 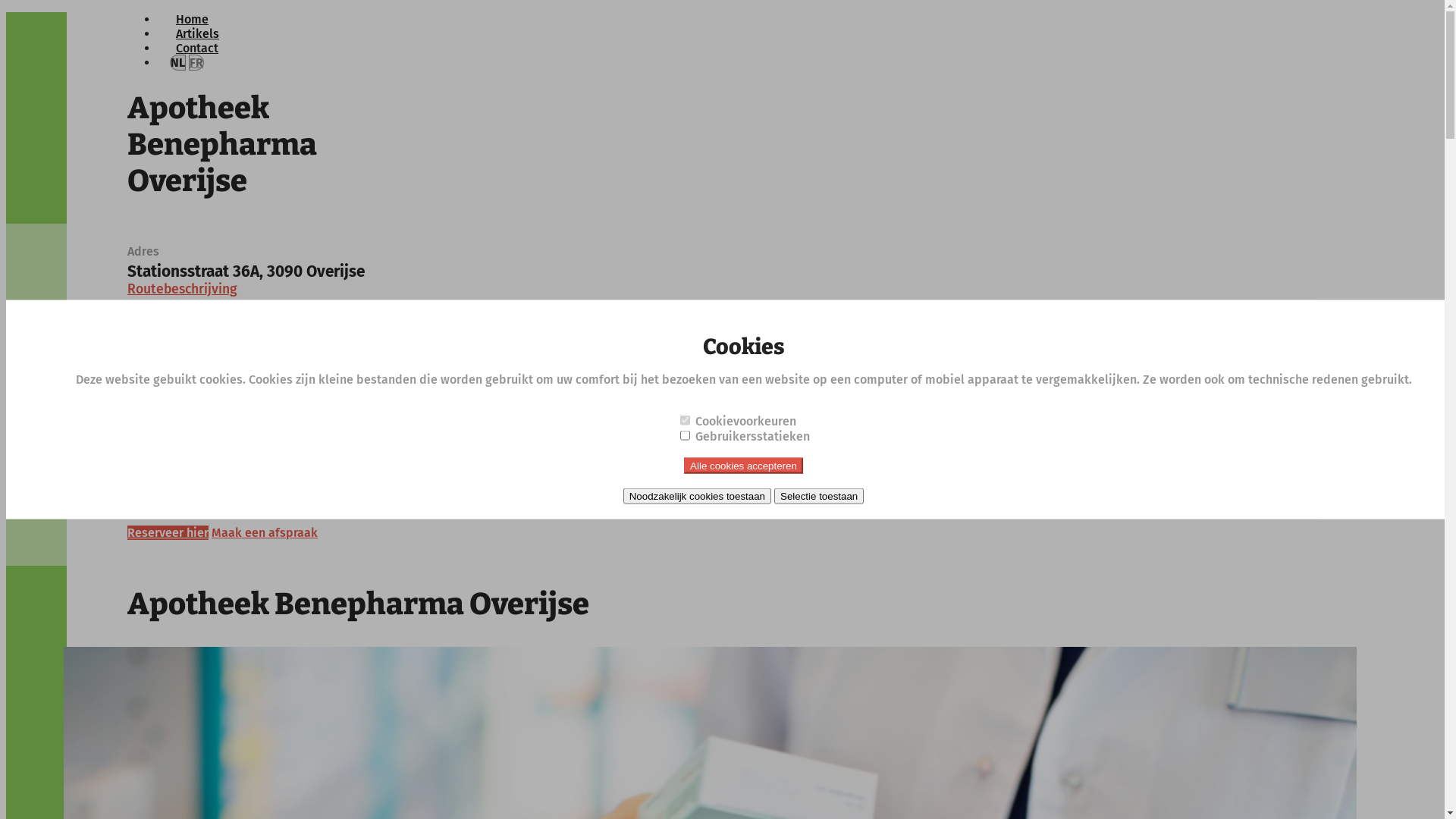 I want to click on 'Maak een afspraak', so click(x=265, y=532).